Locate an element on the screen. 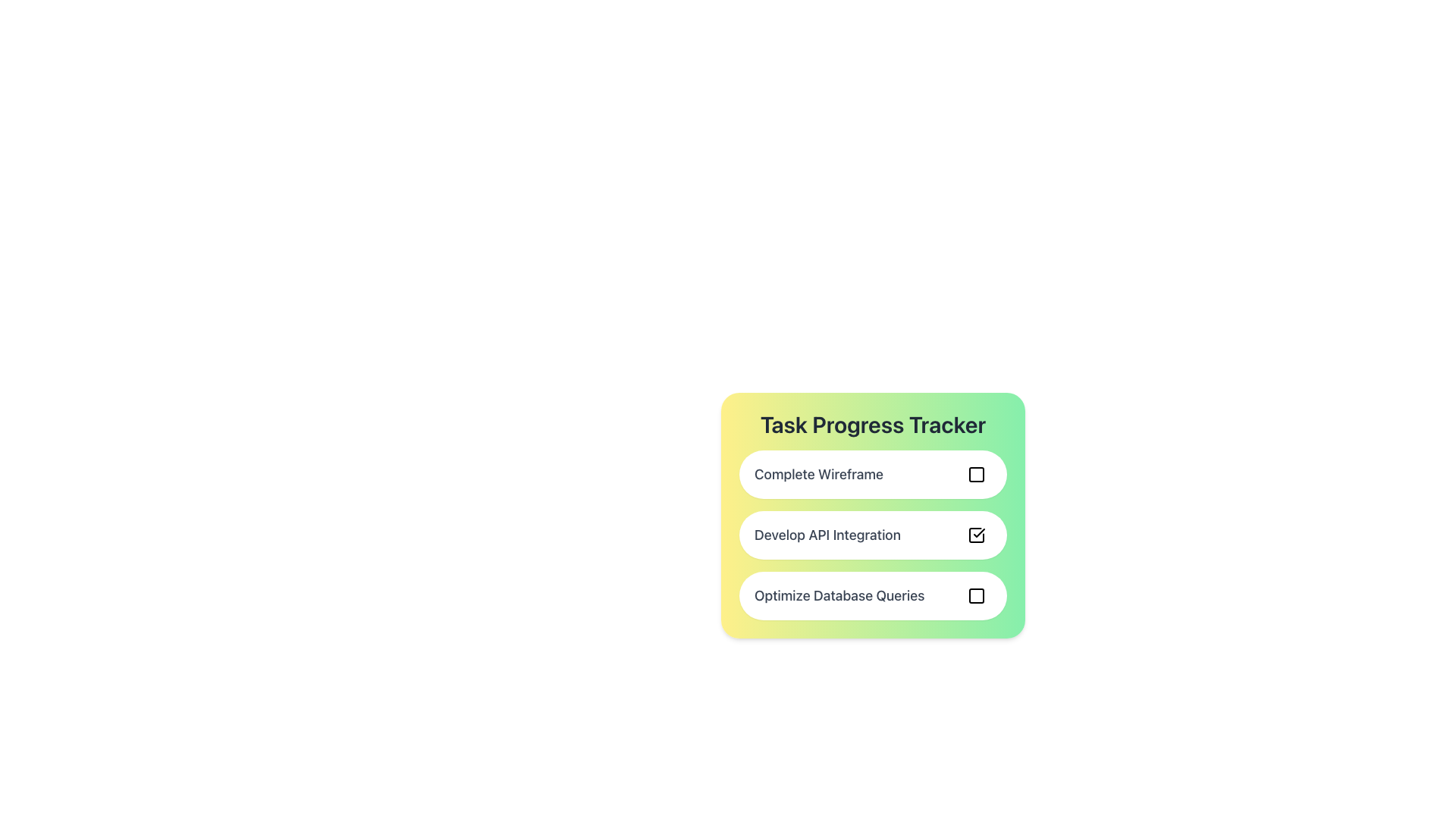 The height and width of the screenshot is (819, 1456). the small red-bordered square icon located to the right of the text 'Complete Wireframe' in the Task Progress Tracker list is located at coordinates (976, 473).